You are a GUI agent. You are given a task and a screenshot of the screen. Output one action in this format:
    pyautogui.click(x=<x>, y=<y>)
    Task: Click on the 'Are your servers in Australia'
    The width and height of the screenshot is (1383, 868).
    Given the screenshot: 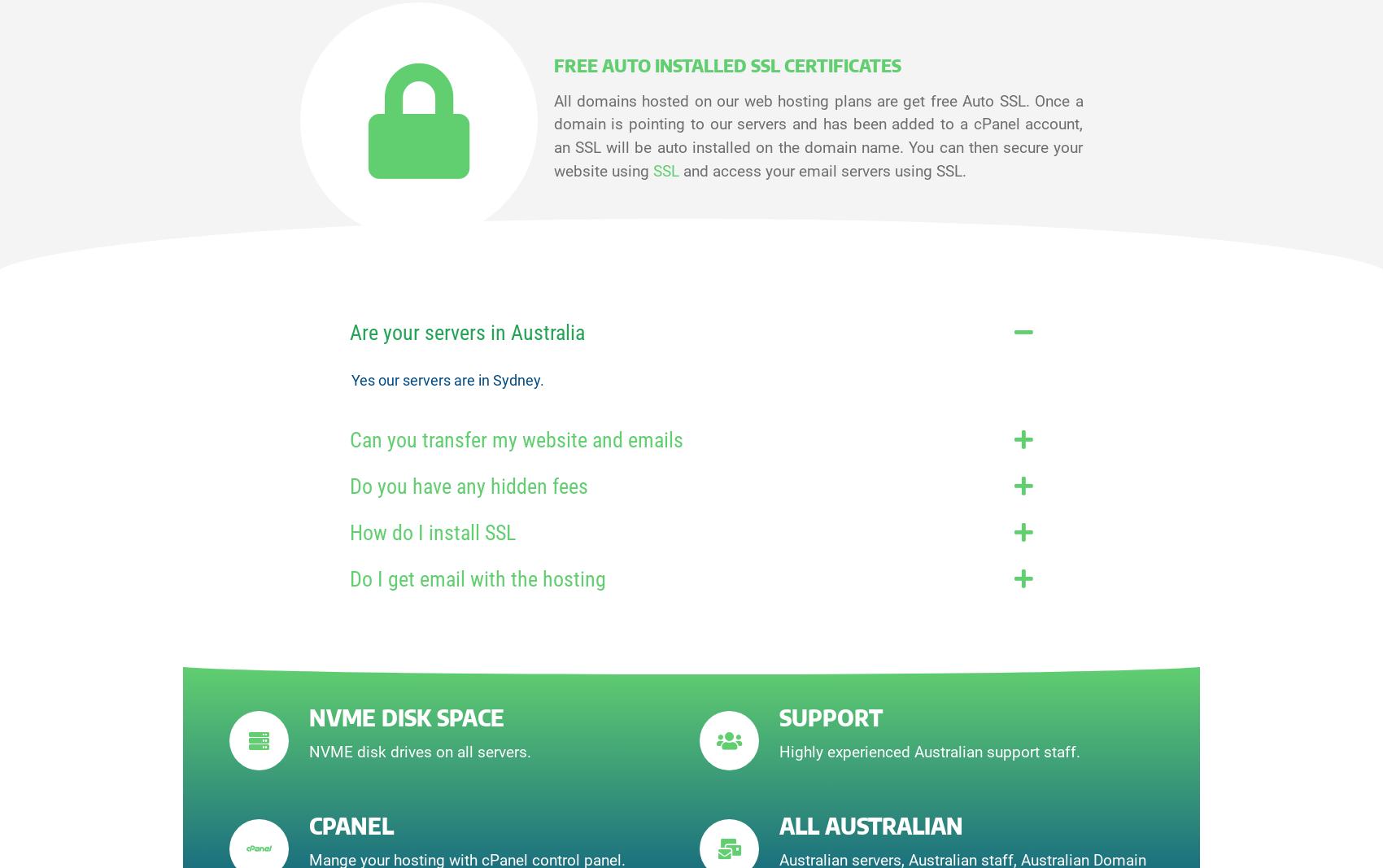 What is the action you would take?
    pyautogui.click(x=466, y=331)
    